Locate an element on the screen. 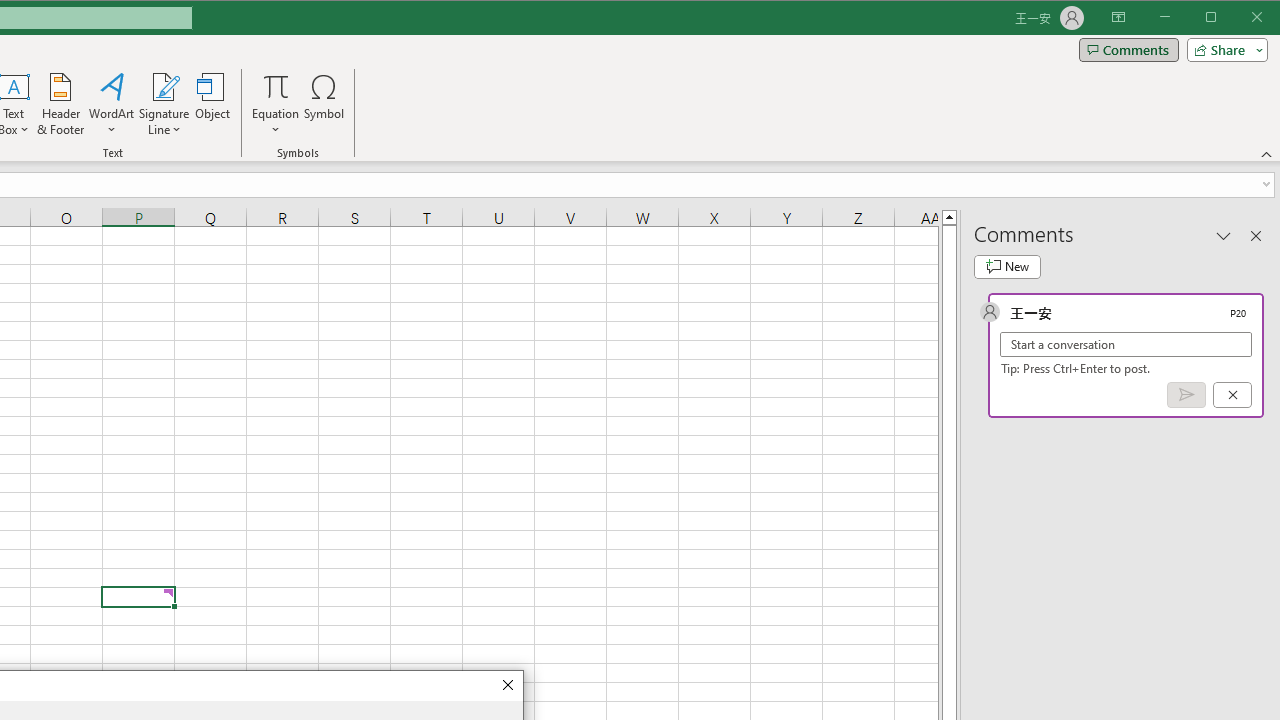 This screenshot has width=1280, height=720. 'Ribbon Display Options' is located at coordinates (1117, 18).